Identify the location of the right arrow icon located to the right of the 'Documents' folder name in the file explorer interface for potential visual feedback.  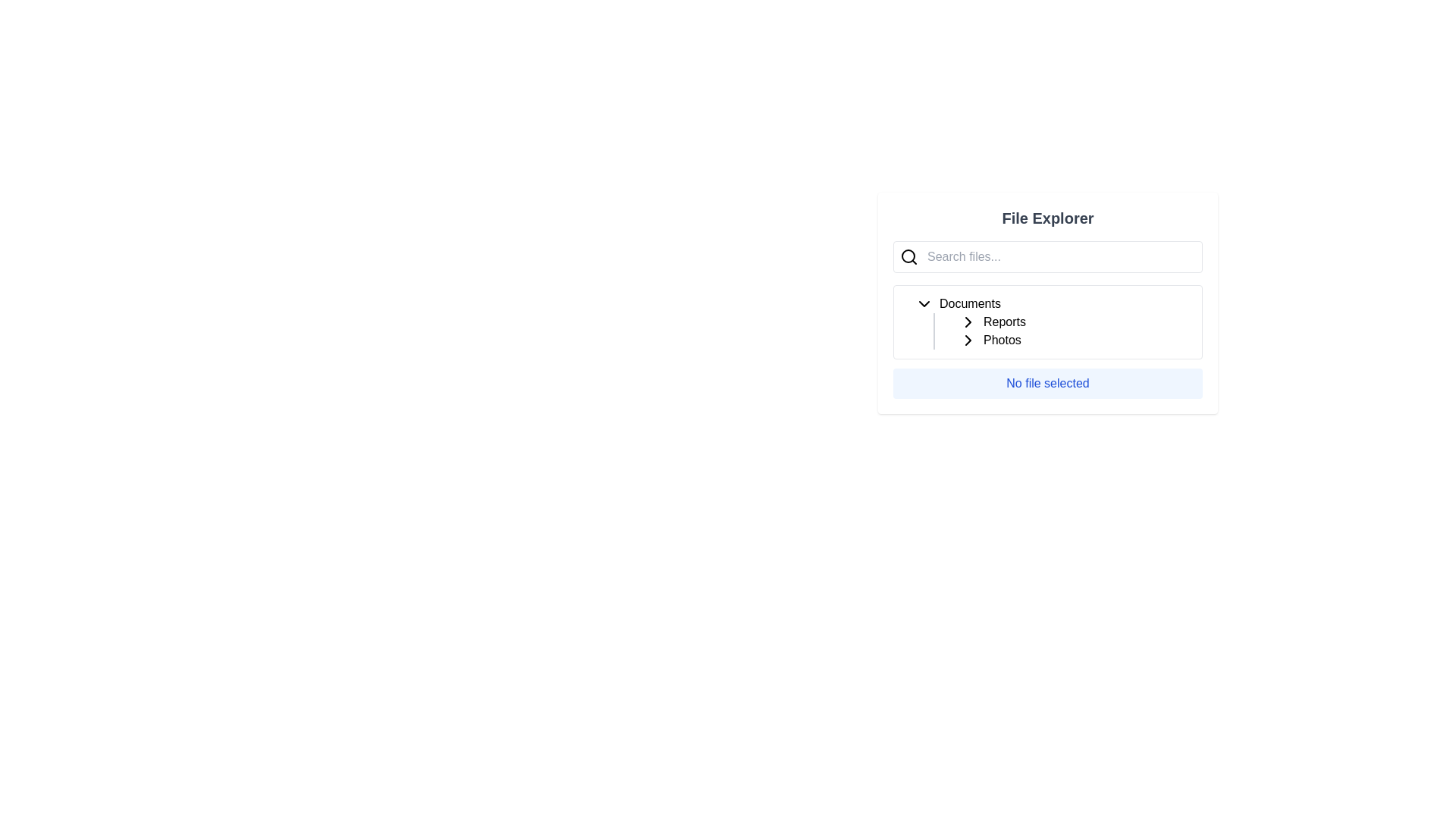
(967, 339).